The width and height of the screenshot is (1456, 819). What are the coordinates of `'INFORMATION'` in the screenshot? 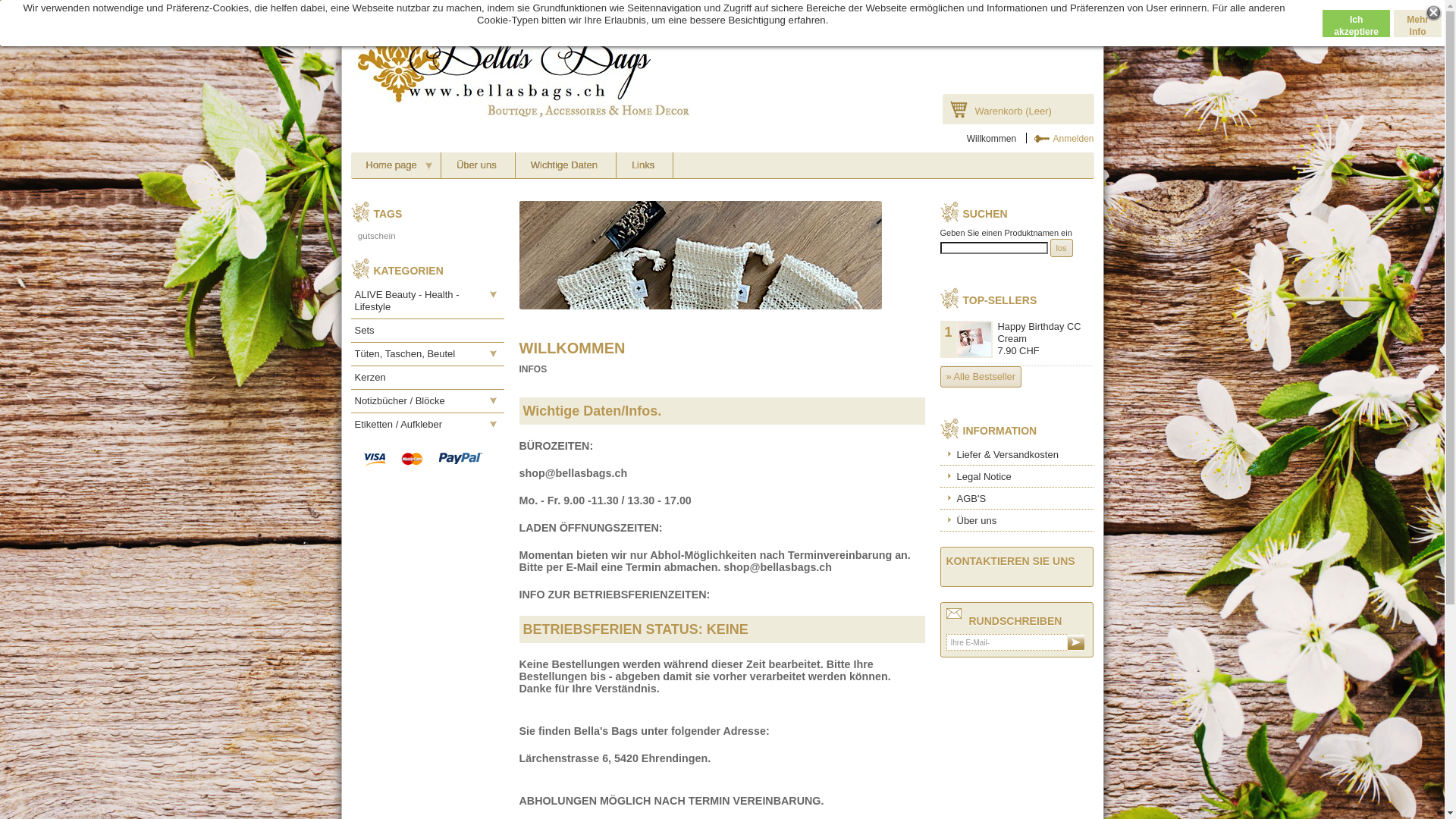 It's located at (1000, 430).